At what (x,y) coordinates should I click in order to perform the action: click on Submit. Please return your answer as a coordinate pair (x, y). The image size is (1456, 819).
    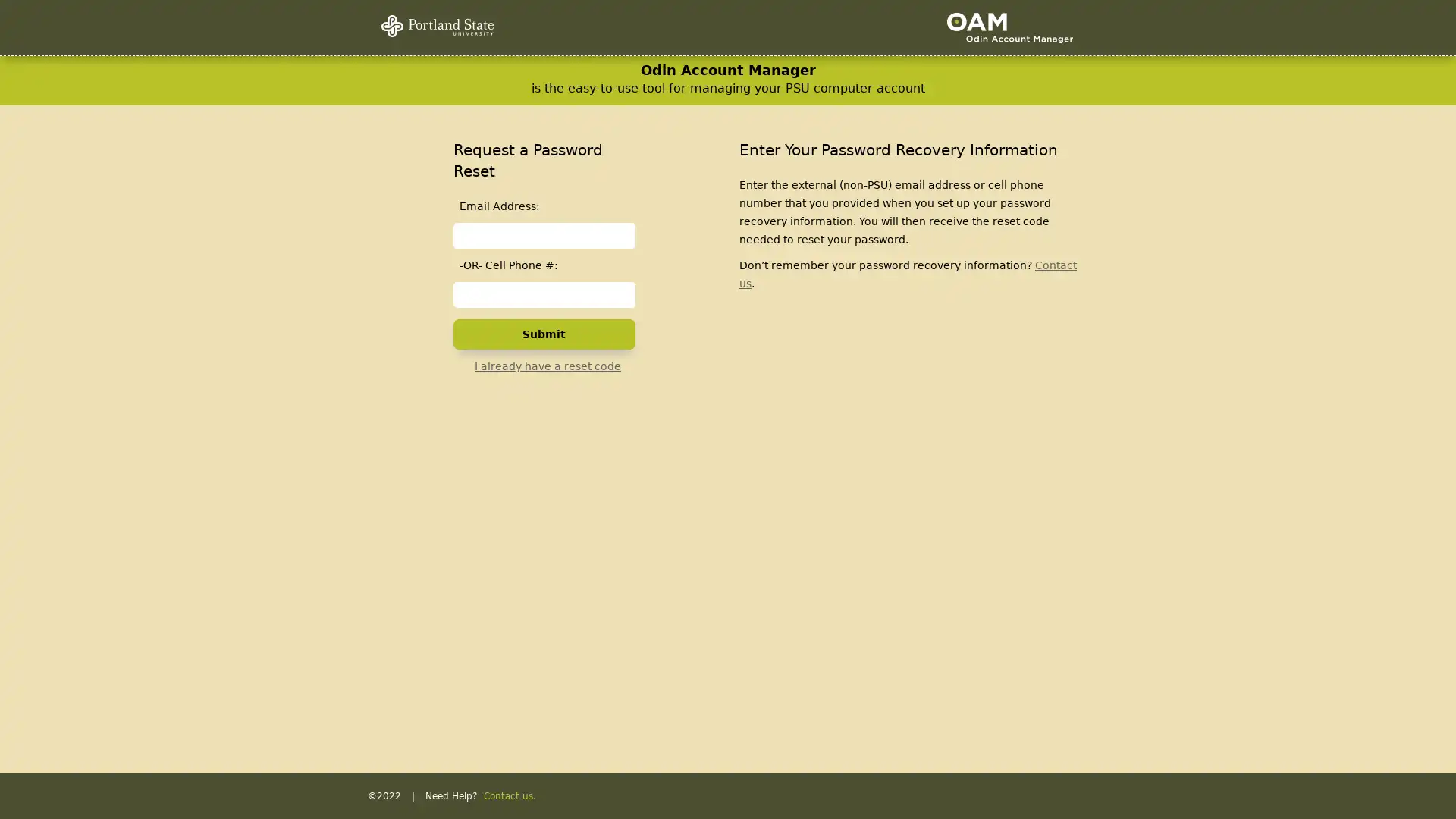
    Looking at the image, I should click on (543, 333).